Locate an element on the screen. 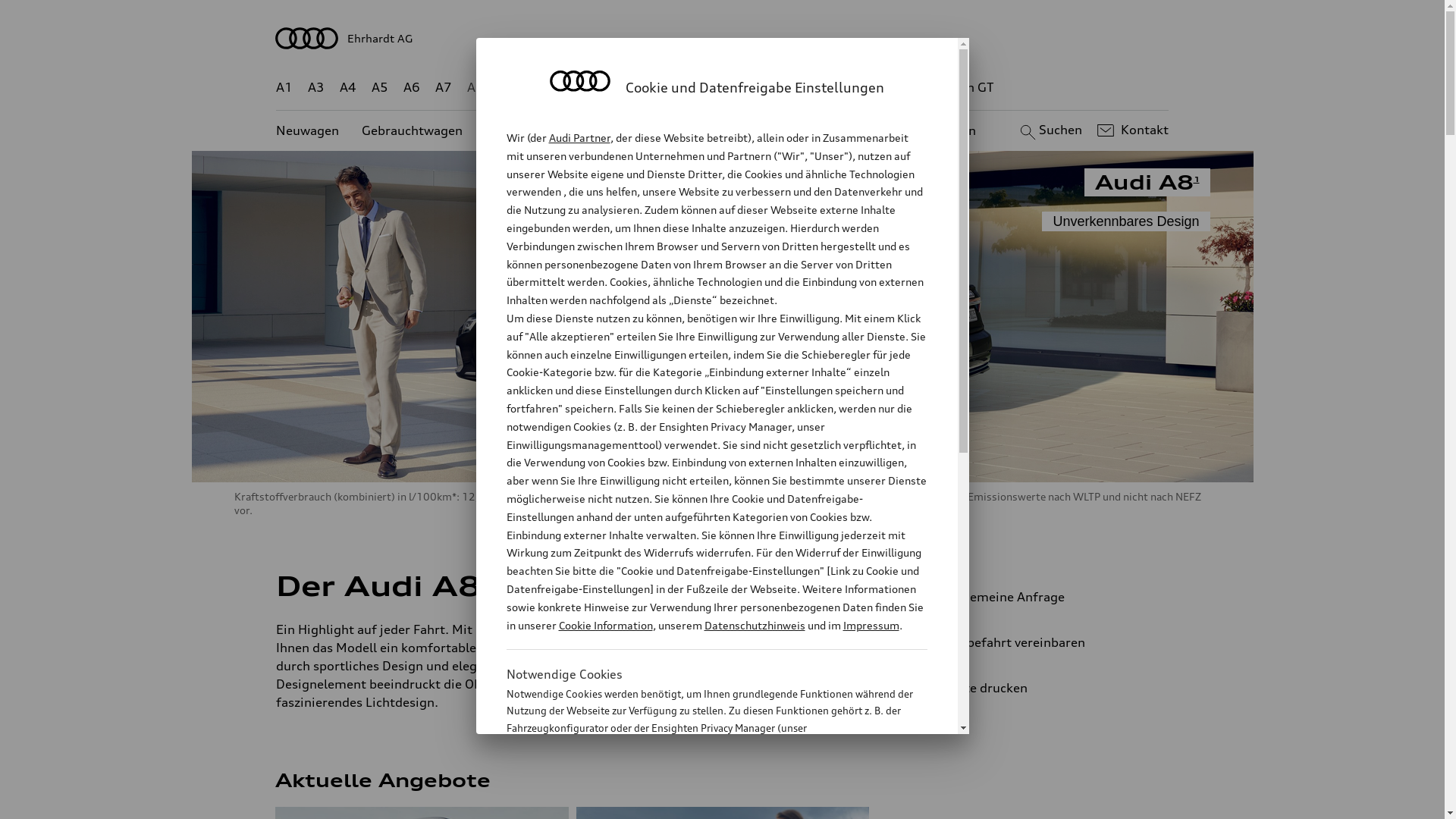  'Q5' is located at coordinates (645, 87).